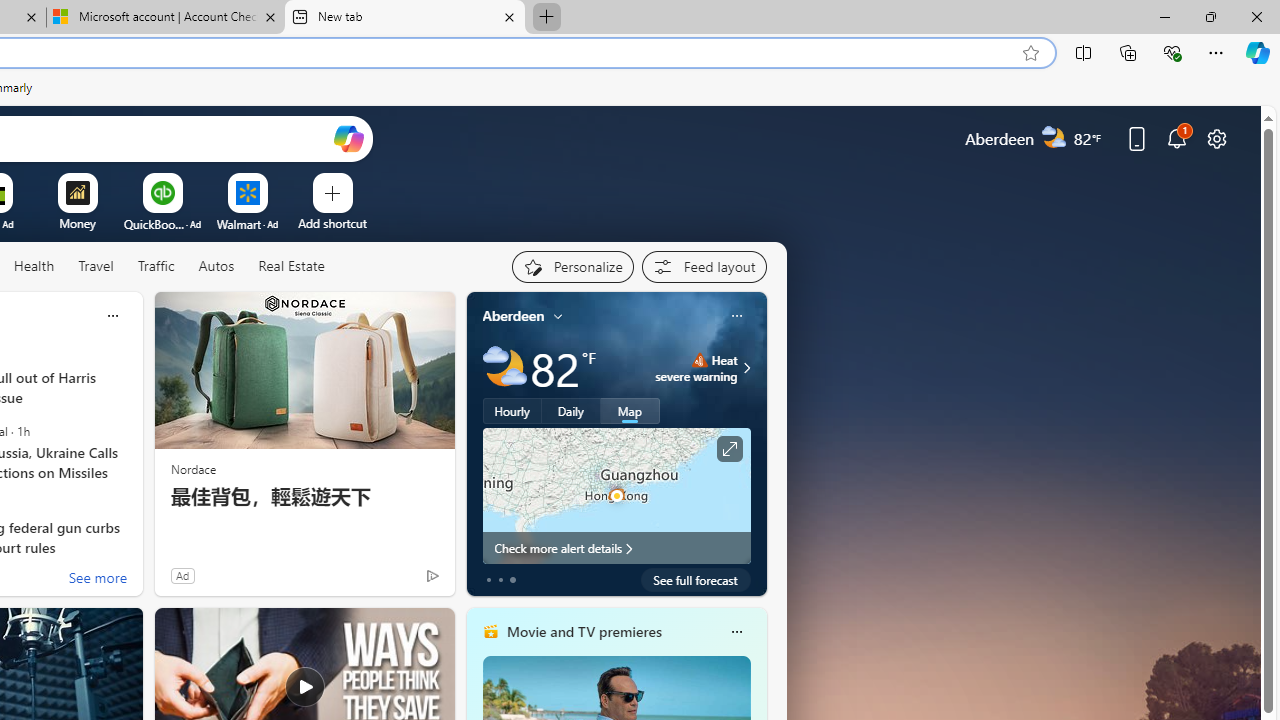  I want to click on 'Health', so click(34, 265).